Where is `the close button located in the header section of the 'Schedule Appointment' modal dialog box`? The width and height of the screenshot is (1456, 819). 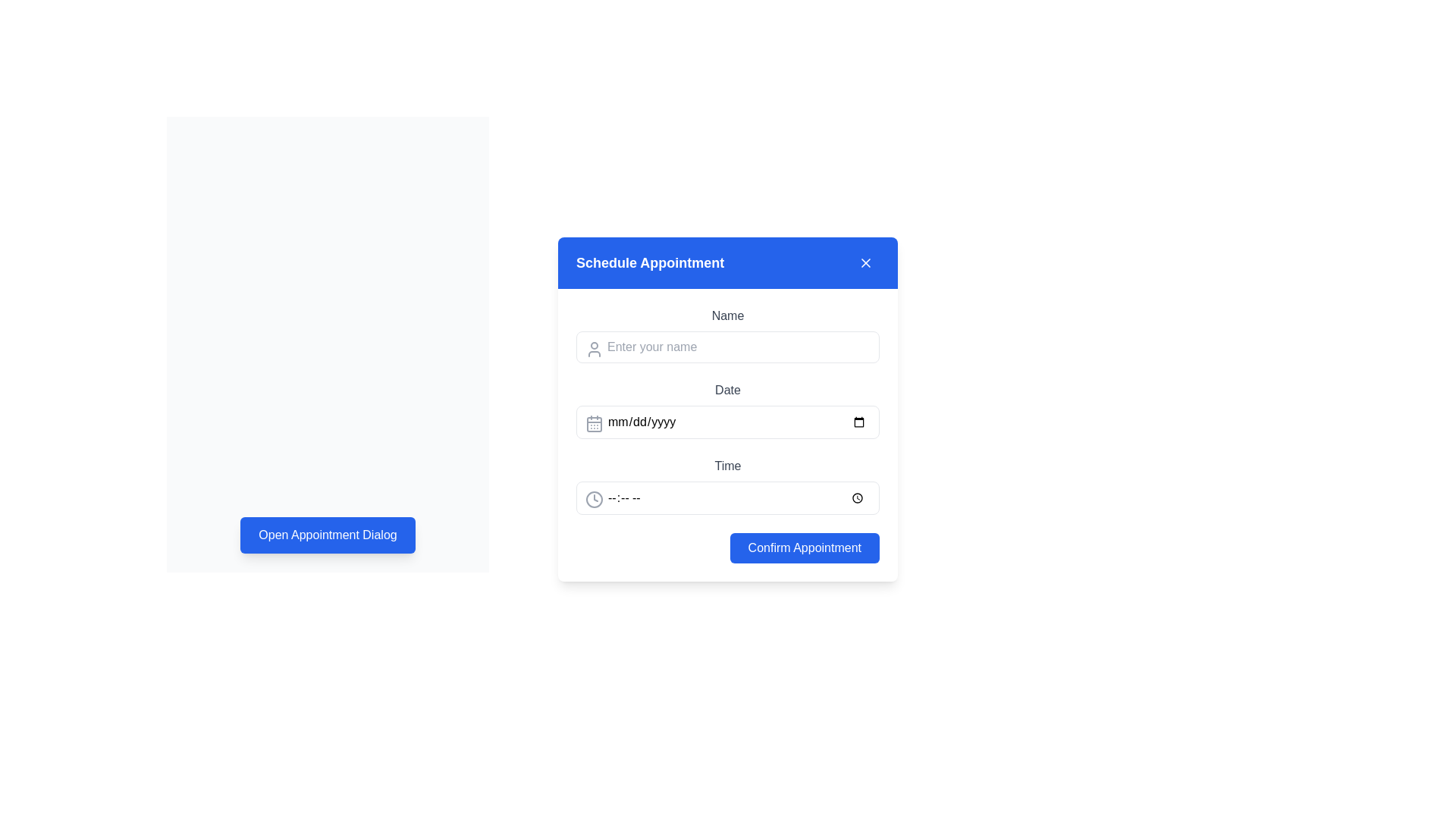 the close button located in the header section of the 'Schedule Appointment' modal dialog box is located at coordinates (866, 262).